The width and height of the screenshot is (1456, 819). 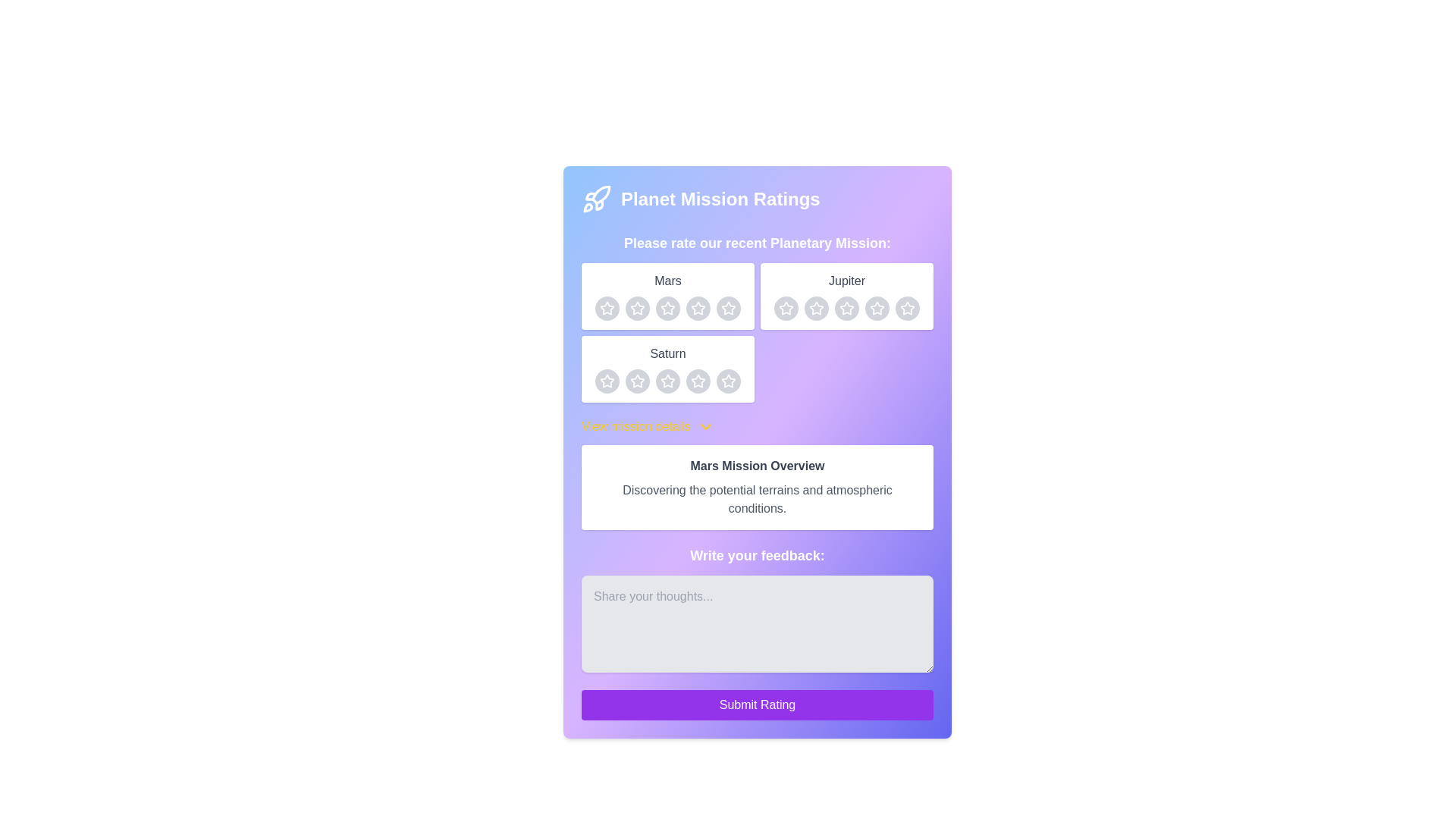 What do you see at coordinates (757, 632) in the screenshot?
I see `the input field or the 'Submit Rating' button in the feedback section located at the bottom of the 'Please rate our recent Planetary Mission:' section for visual feedback` at bounding box center [757, 632].